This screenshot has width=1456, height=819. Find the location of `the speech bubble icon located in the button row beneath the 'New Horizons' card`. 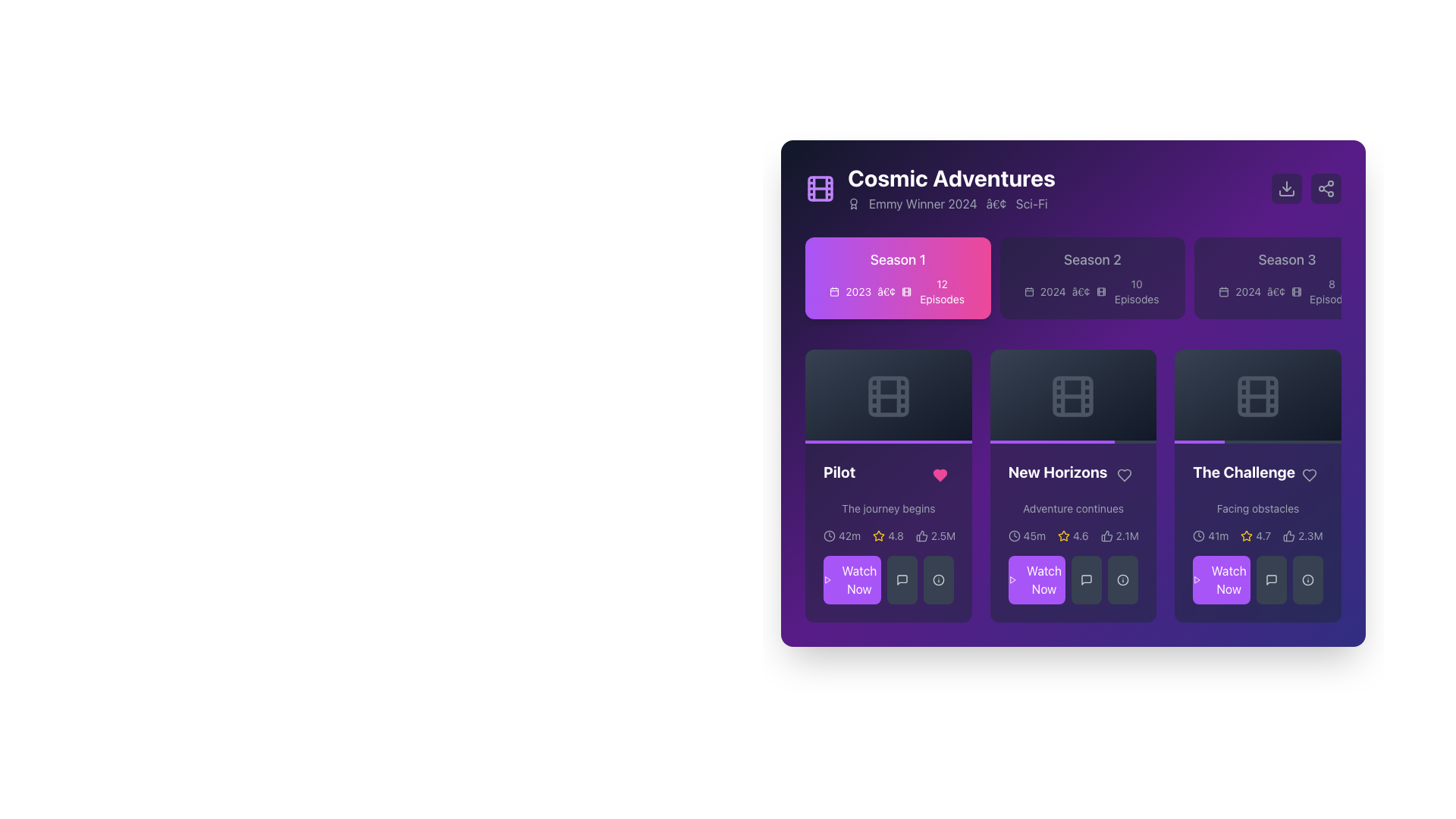

the speech bubble icon located in the button row beneath the 'New Horizons' card is located at coordinates (1086, 579).